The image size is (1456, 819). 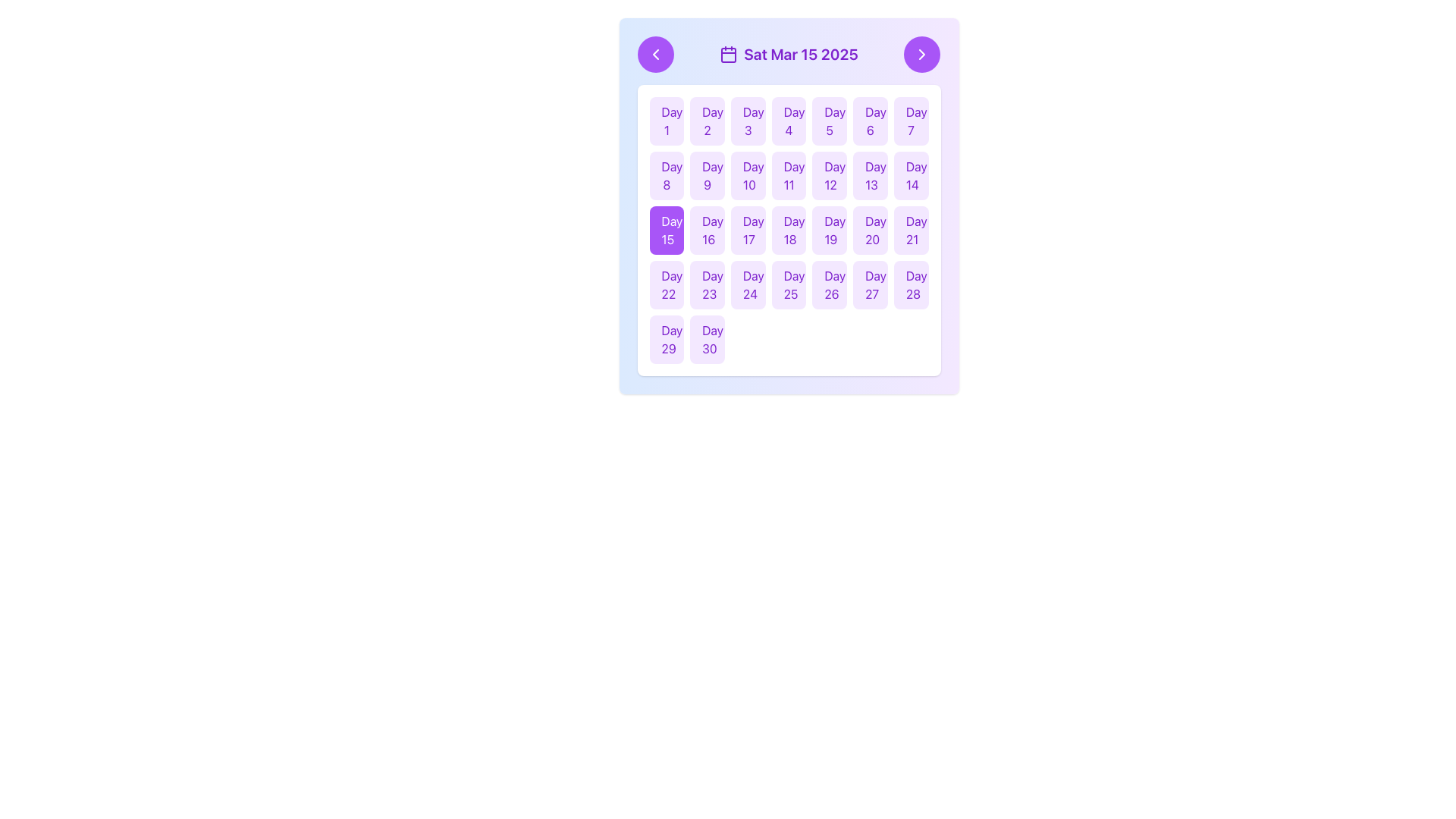 I want to click on the navigation button located on the leftmost side of the calendar header, so click(x=655, y=54).